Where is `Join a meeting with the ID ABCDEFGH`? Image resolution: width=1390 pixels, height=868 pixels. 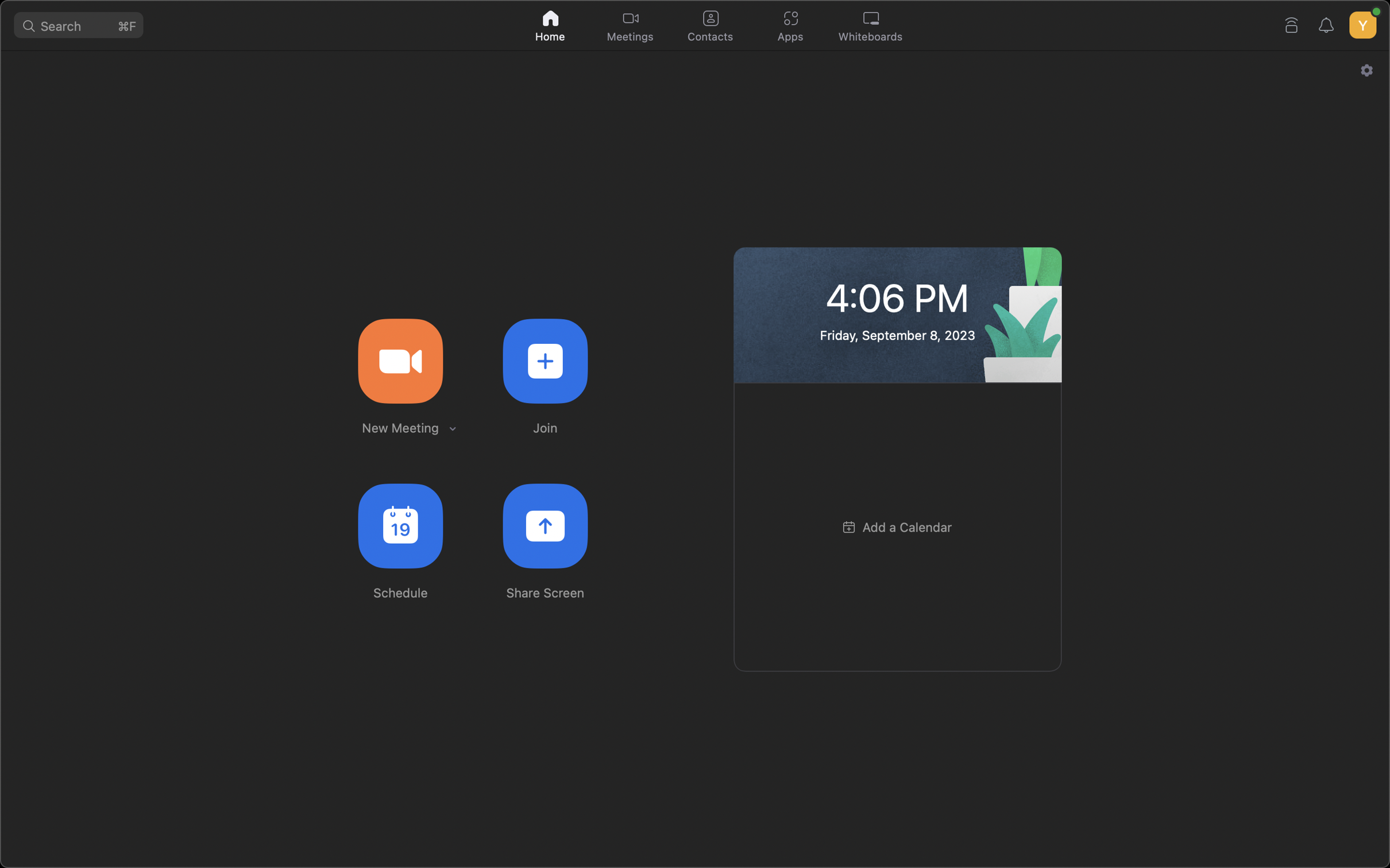
Join a meeting with the ID ABCDEFGH is located at coordinates (545, 359).